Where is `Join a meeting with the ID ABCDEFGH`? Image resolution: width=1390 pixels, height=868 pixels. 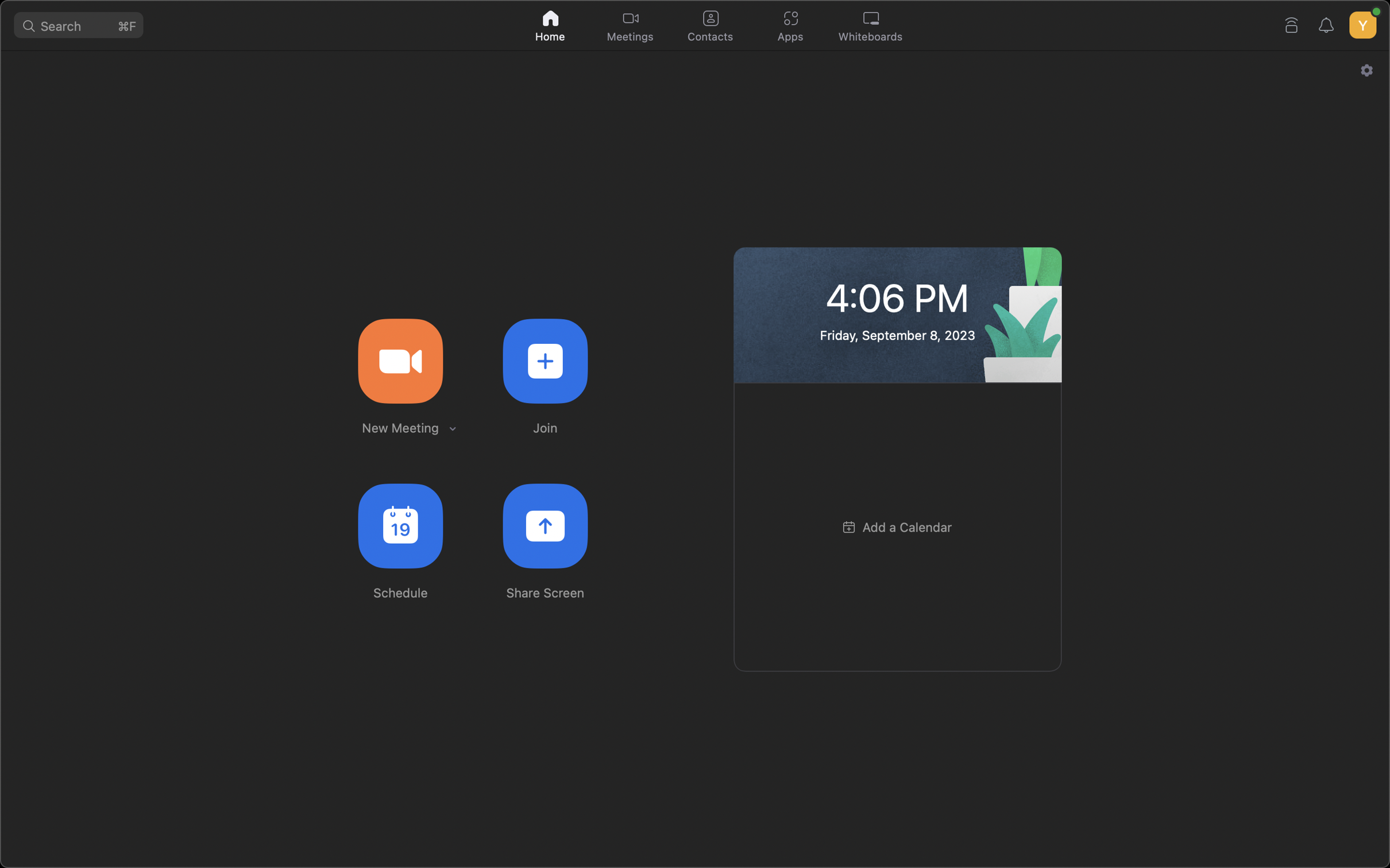
Join a meeting with the ID ABCDEFGH is located at coordinates (545, 359).